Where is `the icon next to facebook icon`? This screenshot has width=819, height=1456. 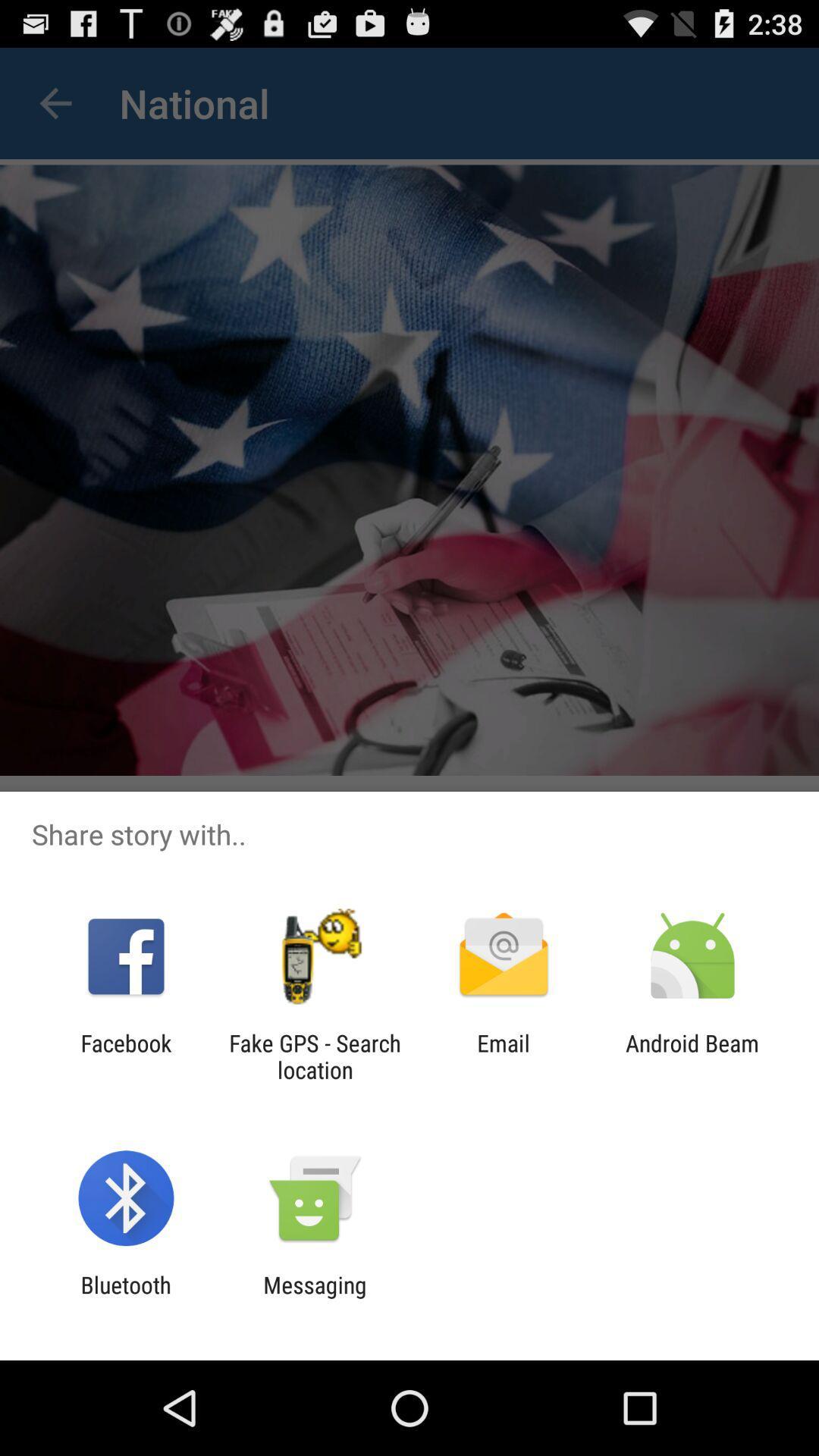
the icon next to facebook icon is located at coordinates (314, 1056).